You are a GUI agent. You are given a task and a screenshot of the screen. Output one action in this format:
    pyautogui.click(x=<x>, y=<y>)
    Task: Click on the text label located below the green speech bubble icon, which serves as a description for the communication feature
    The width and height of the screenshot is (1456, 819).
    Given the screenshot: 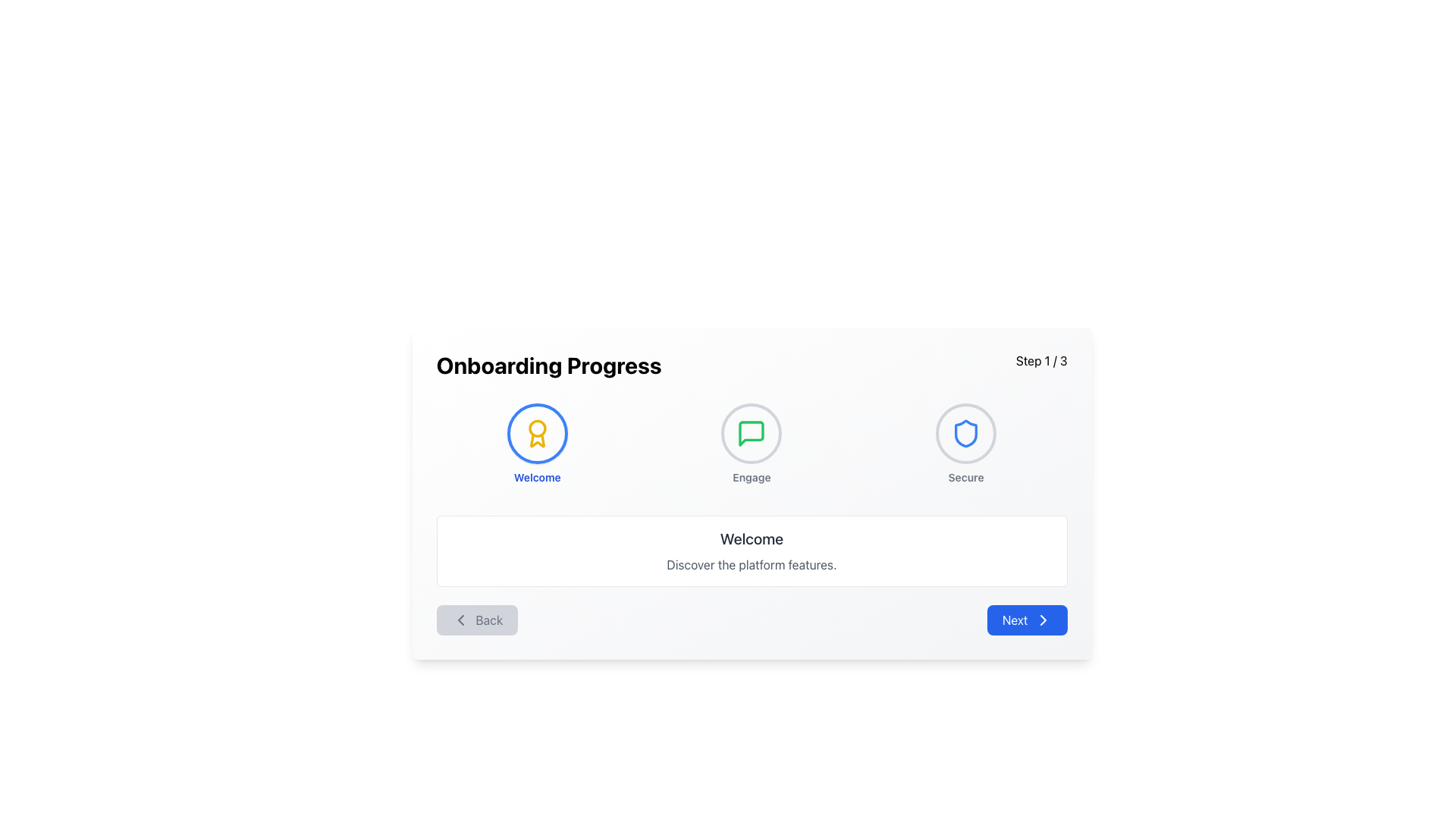 What is the action you would take?
    pyautogui.click(x=752, y=476)
    